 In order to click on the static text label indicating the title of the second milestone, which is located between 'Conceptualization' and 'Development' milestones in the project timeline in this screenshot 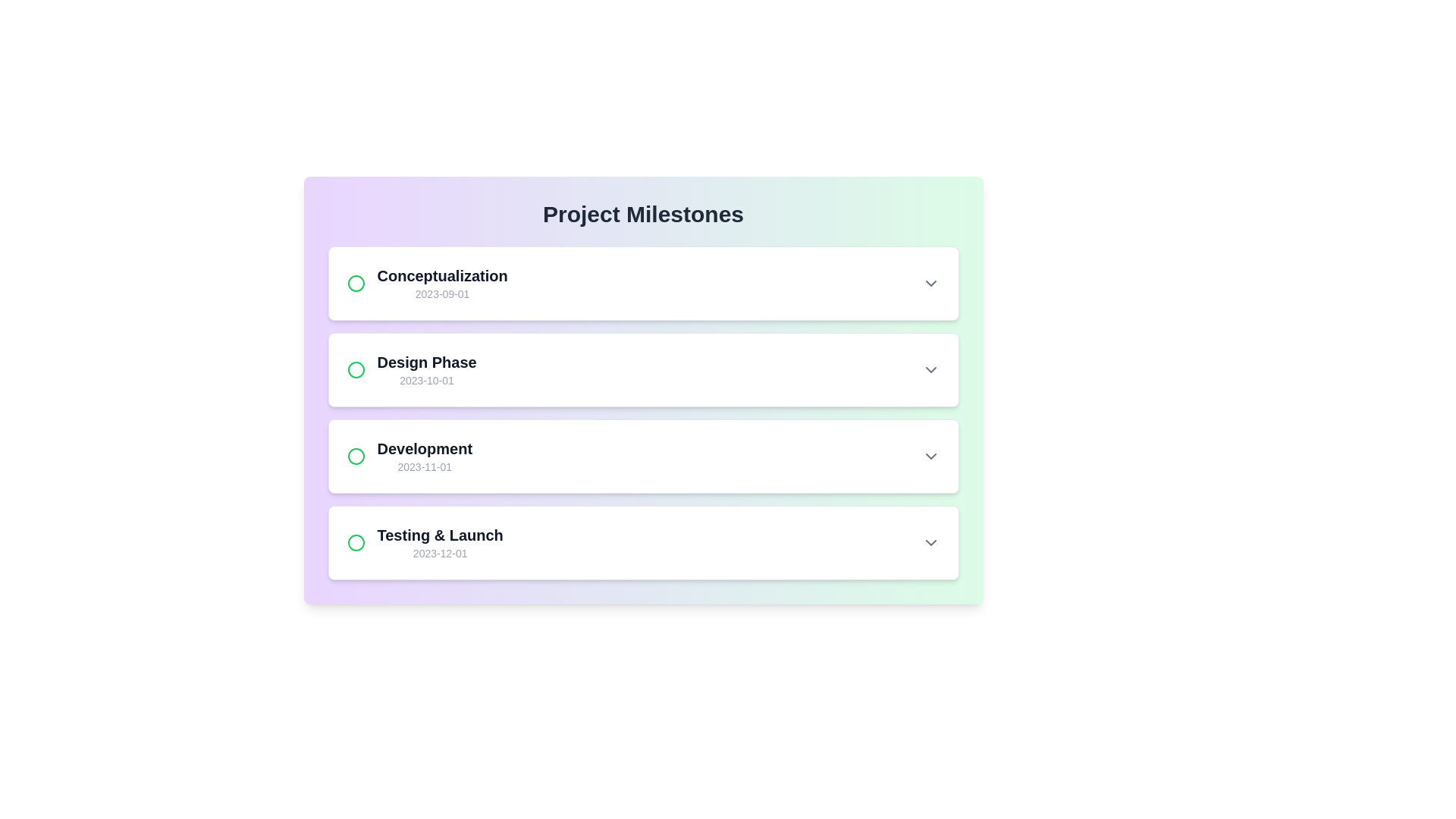, I will do `click(426, 362)`.